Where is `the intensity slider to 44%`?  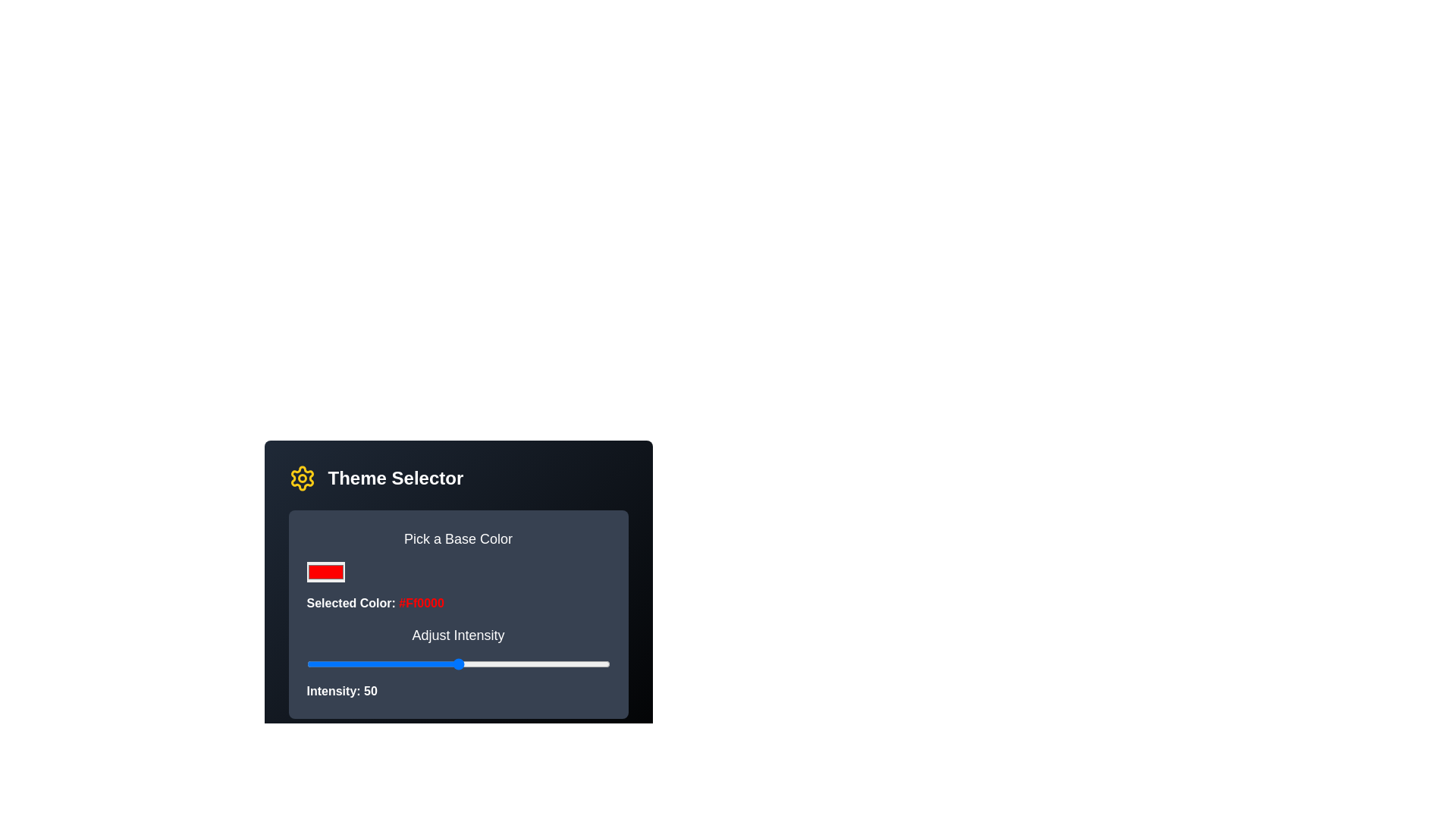
the intensity slider to 44% is located at coordinates (439, 663).